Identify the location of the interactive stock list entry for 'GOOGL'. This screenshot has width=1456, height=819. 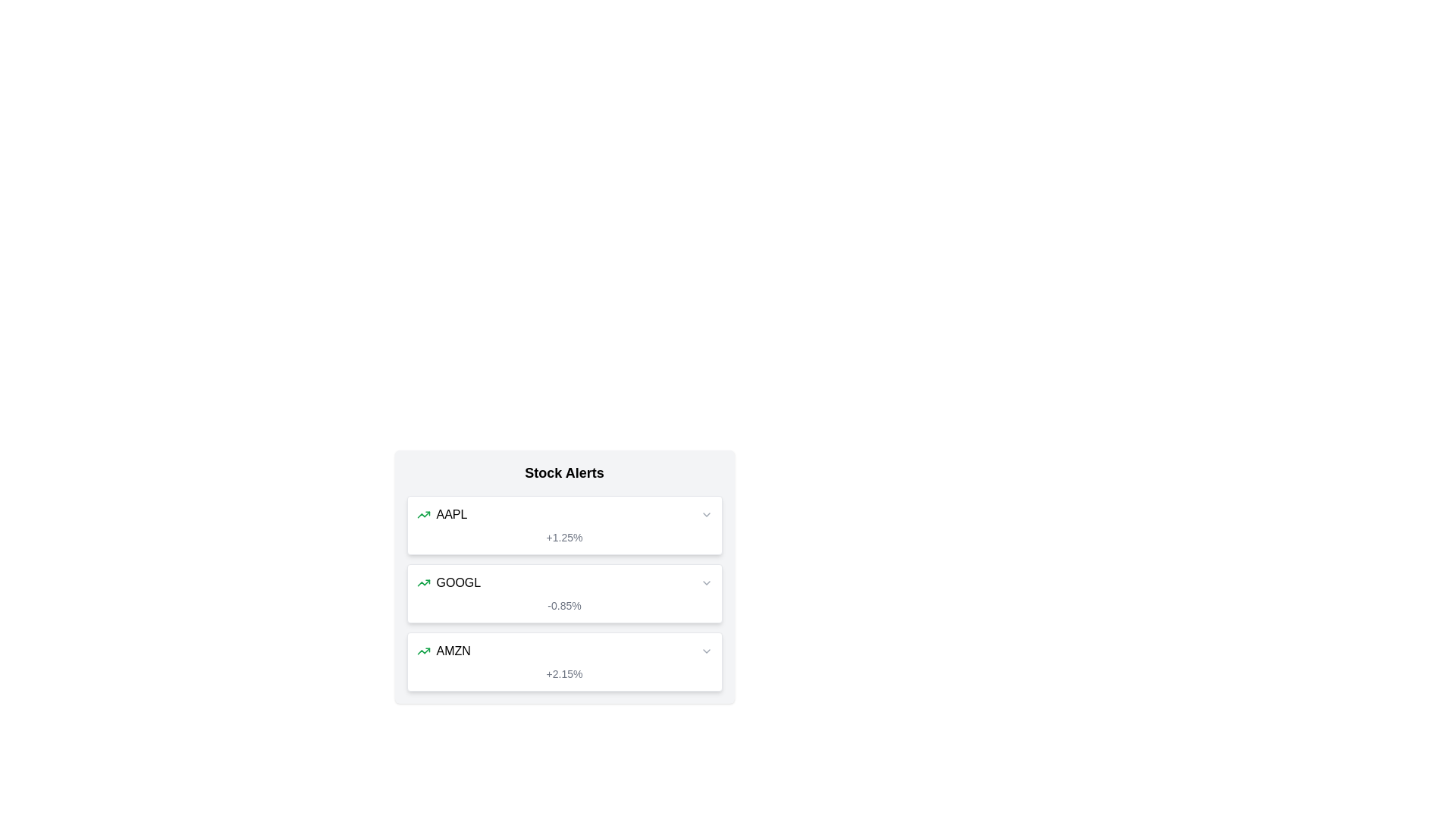
(563, 582).